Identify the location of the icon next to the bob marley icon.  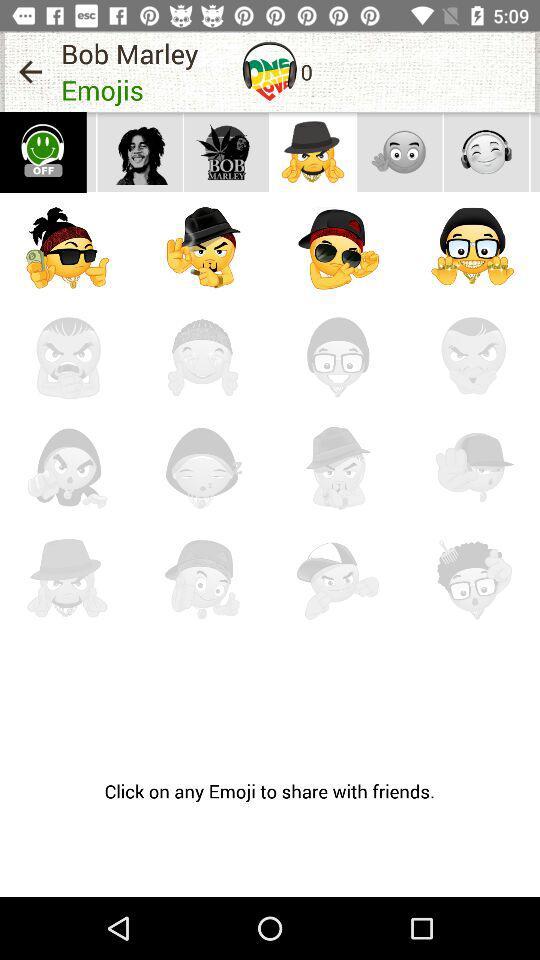
(29, 71).